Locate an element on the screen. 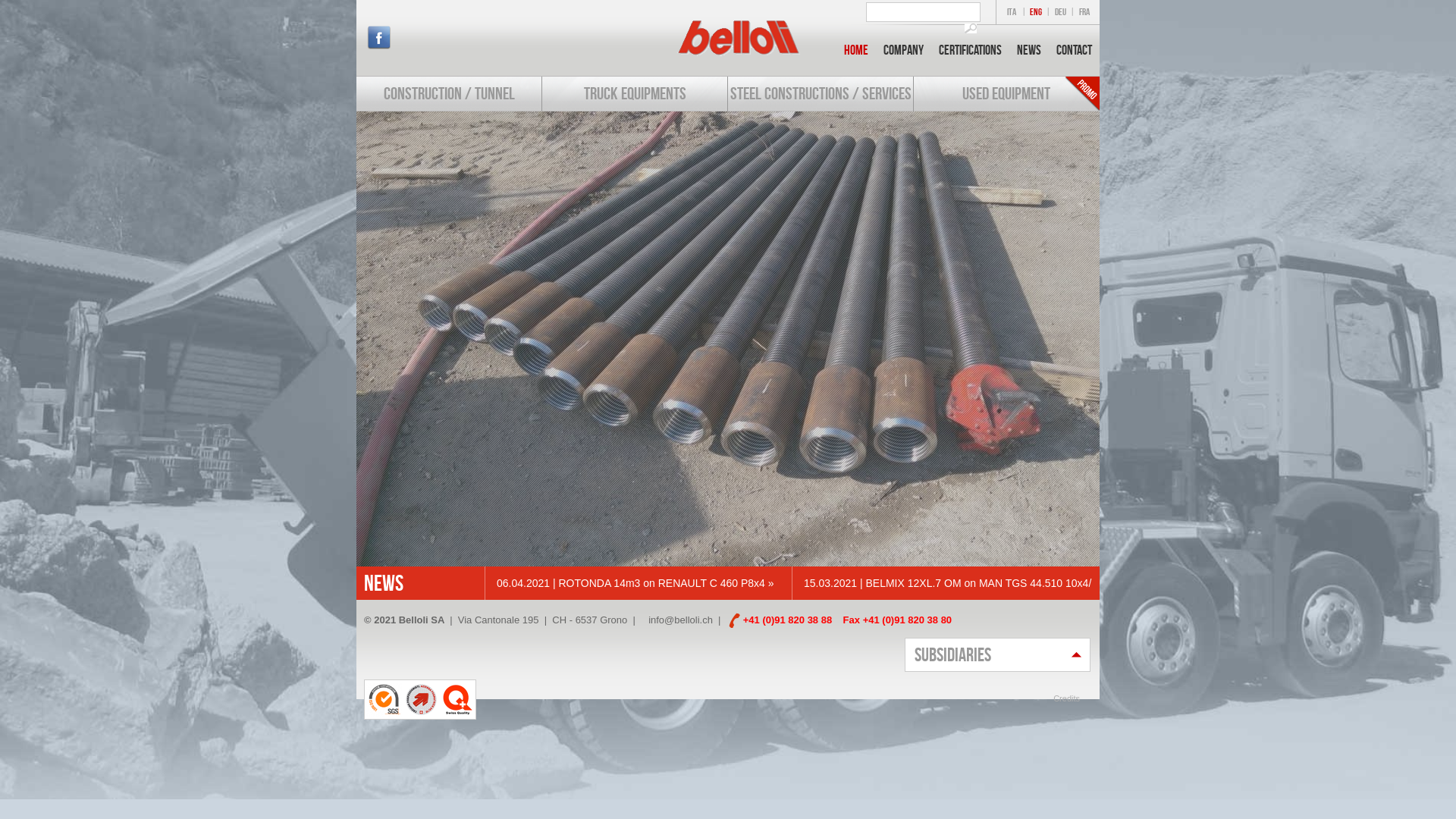 The height and width of the screenshot is (819, 1456). 'STEEL CONSTRUCTIONS / SERVICES' is located at coordinates (729, 93).